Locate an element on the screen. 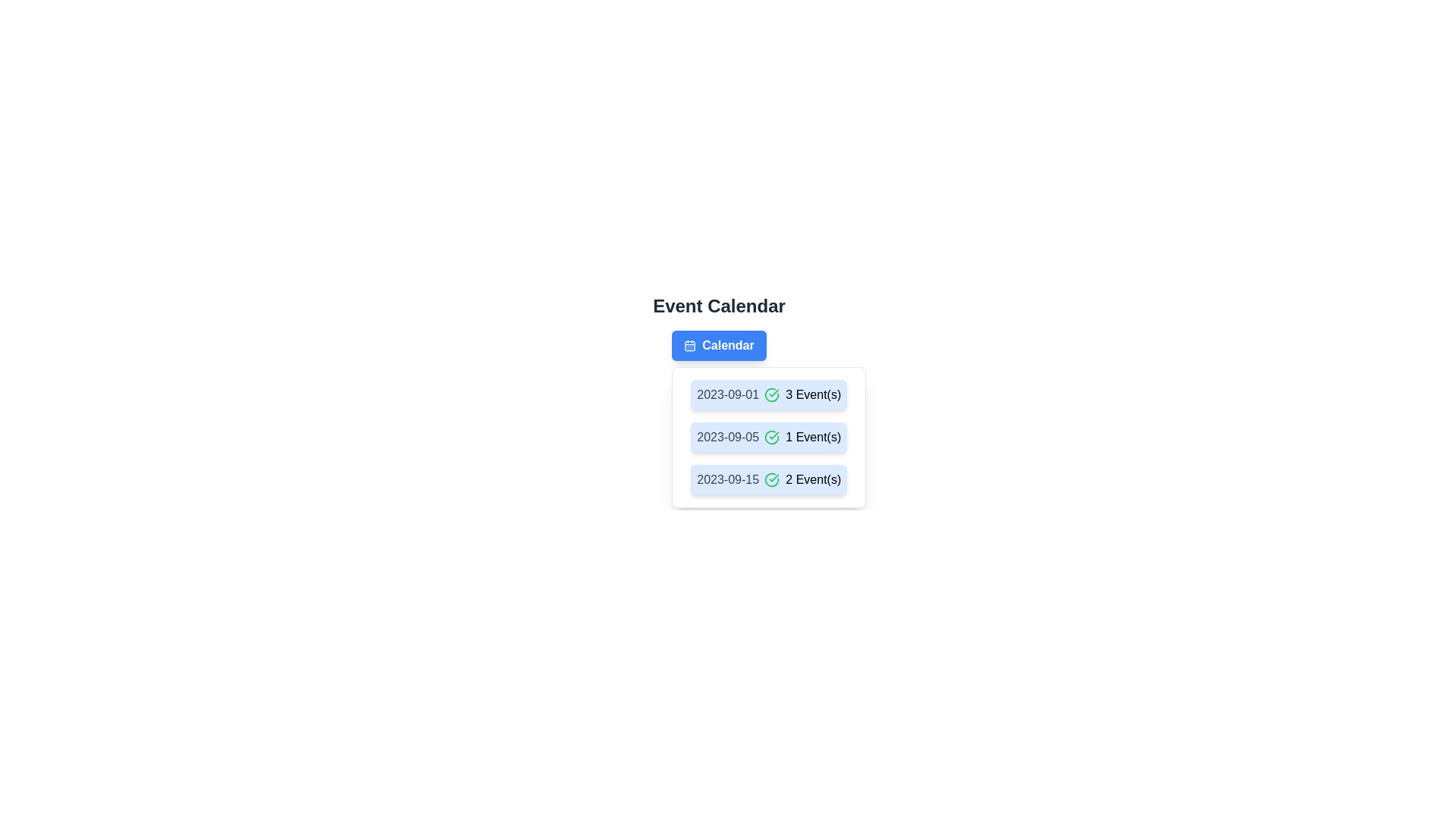 The width and height of the screenshot is (1456, 819). the Text Label with Icon that displays '3 Event(s)' and has a green check icon, located to the right of the date '2023-09-01' is located at coordinates (802, 394).